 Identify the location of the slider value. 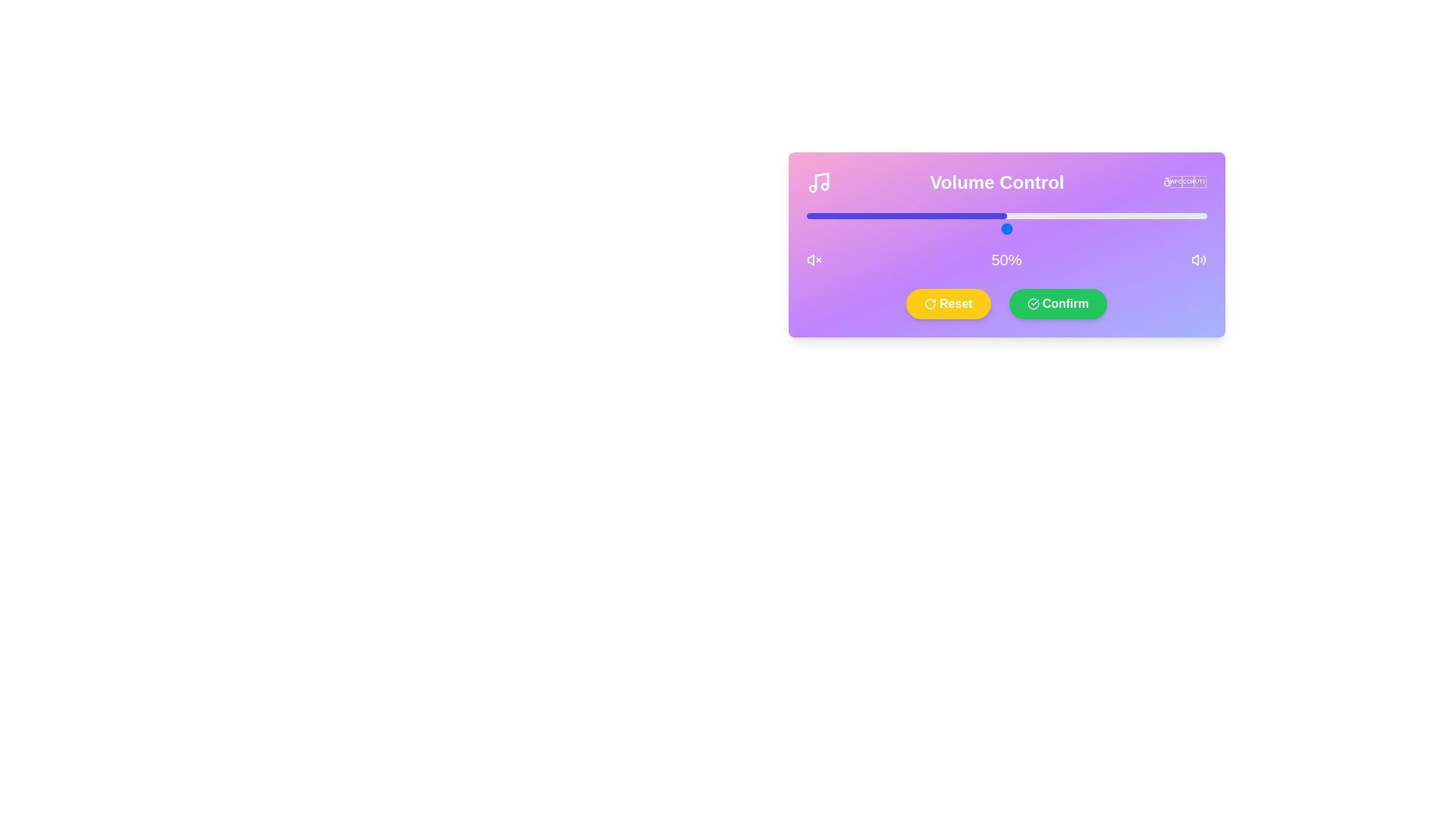
(982, 216).